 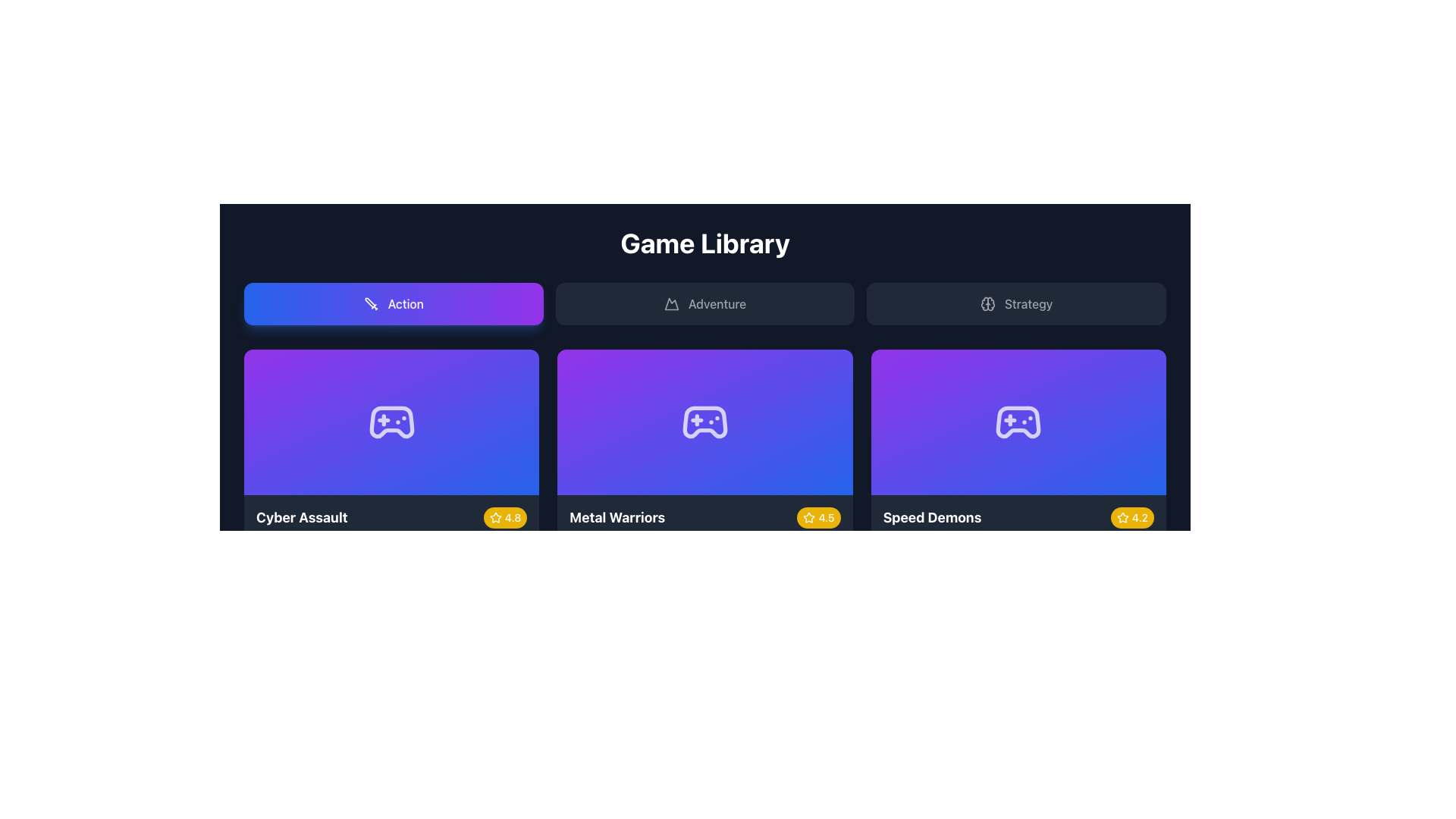 What do you see at coordinates (513, 516) in the screenshot?
I see `the white numerical text '4.8' inside the rounded yellow background of the rating badge at the bottom-right corner of the 'Cyber Assault' game card` at bounding box center [513, 516].